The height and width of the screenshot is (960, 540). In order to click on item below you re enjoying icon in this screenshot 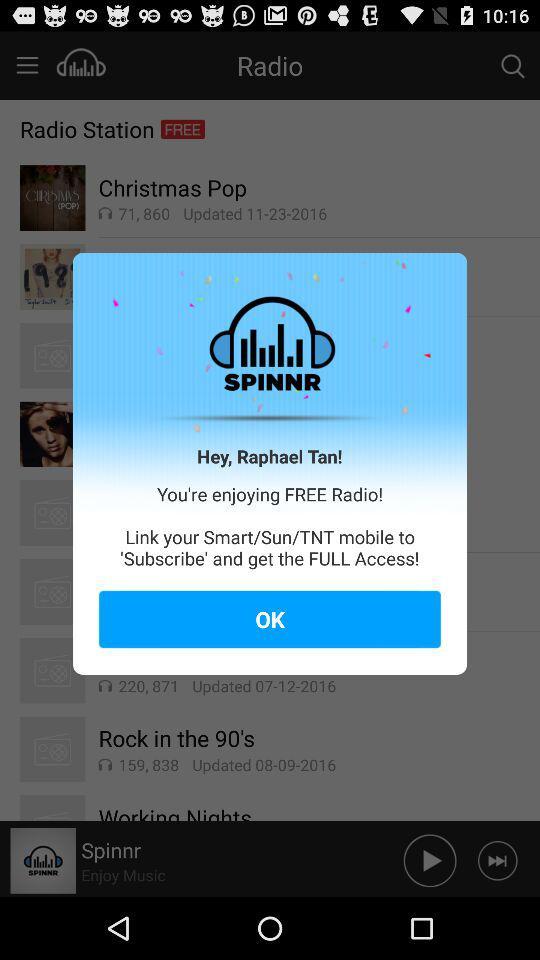, I will do `click(270, 618)`.